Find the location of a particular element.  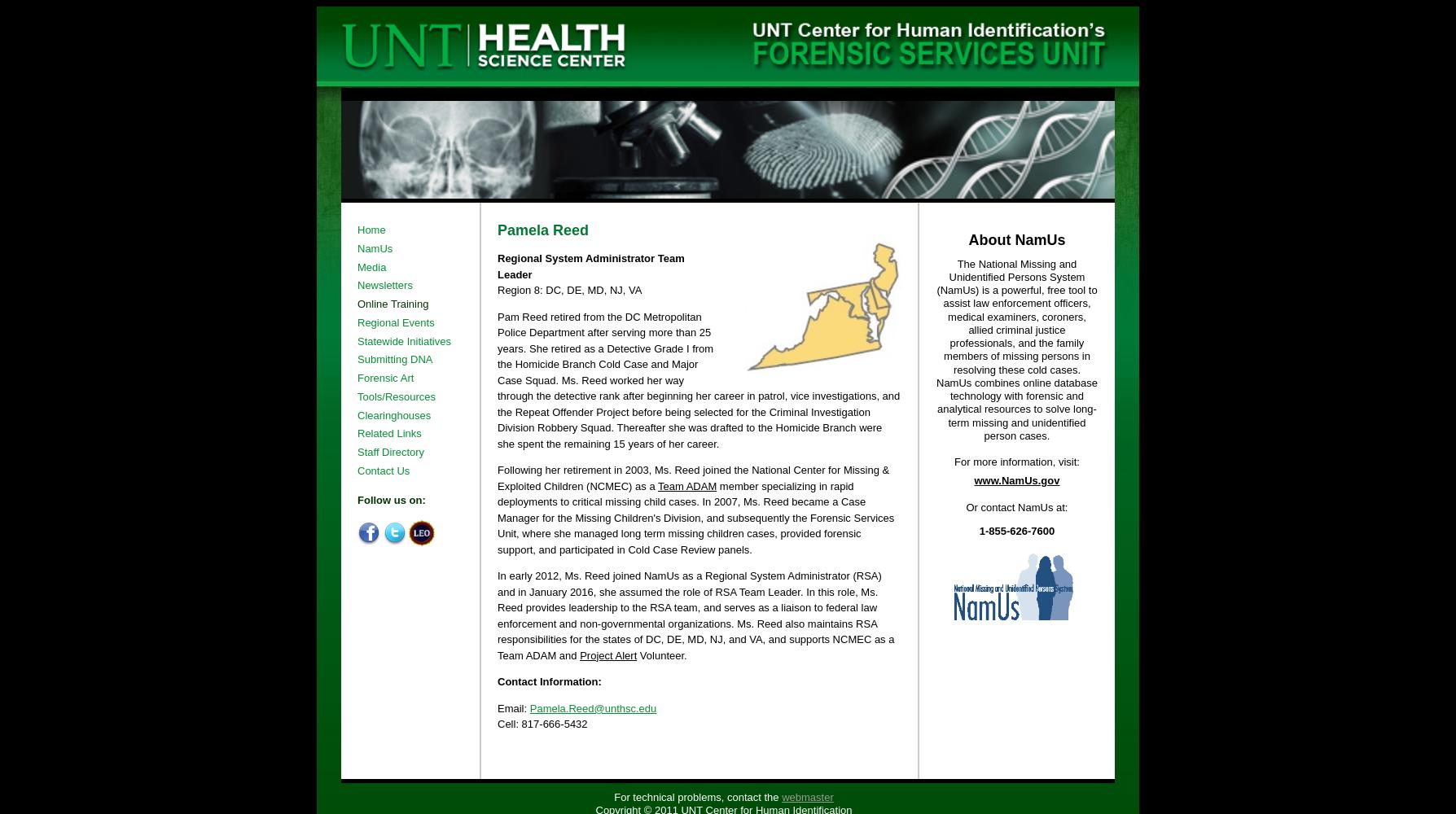

'Pamela Reed' is located at coordinates (542, 230).